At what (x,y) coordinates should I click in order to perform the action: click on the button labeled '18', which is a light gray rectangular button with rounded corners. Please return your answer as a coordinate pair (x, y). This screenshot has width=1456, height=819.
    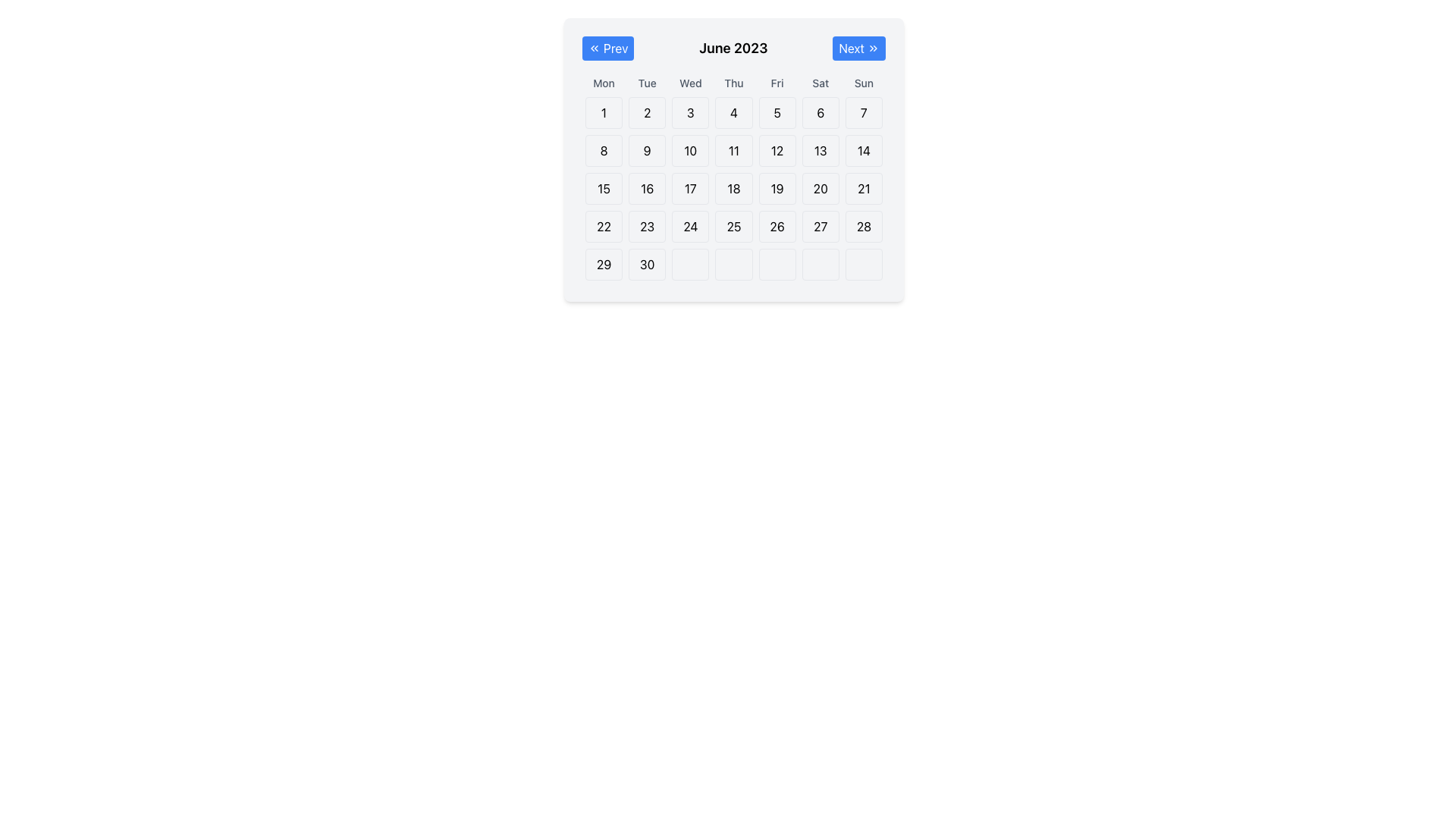
    Looking at the image, I should click on (734, 188).